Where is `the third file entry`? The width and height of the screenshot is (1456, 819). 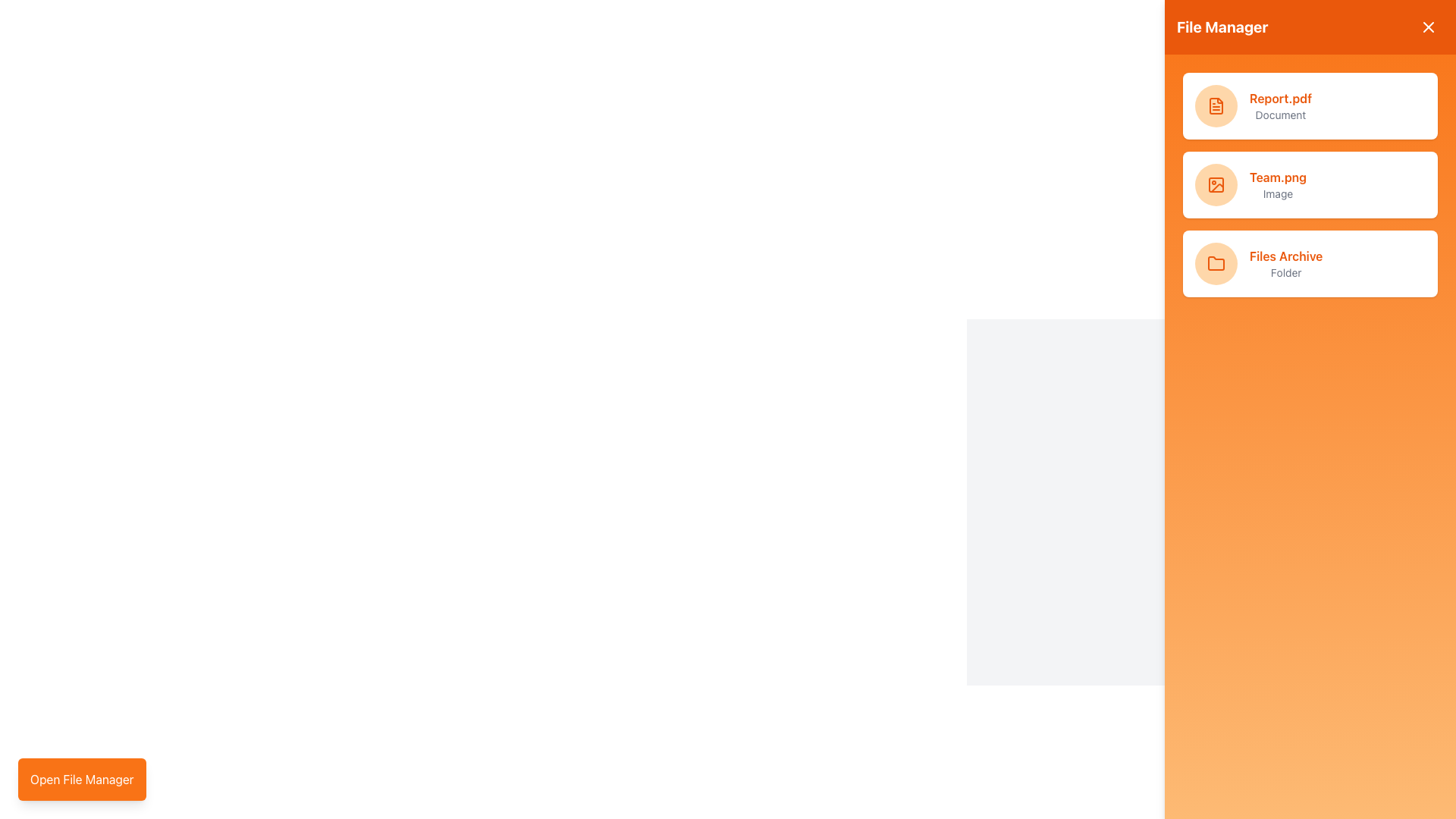 the third file entry is located at coordinates (1310, 262).